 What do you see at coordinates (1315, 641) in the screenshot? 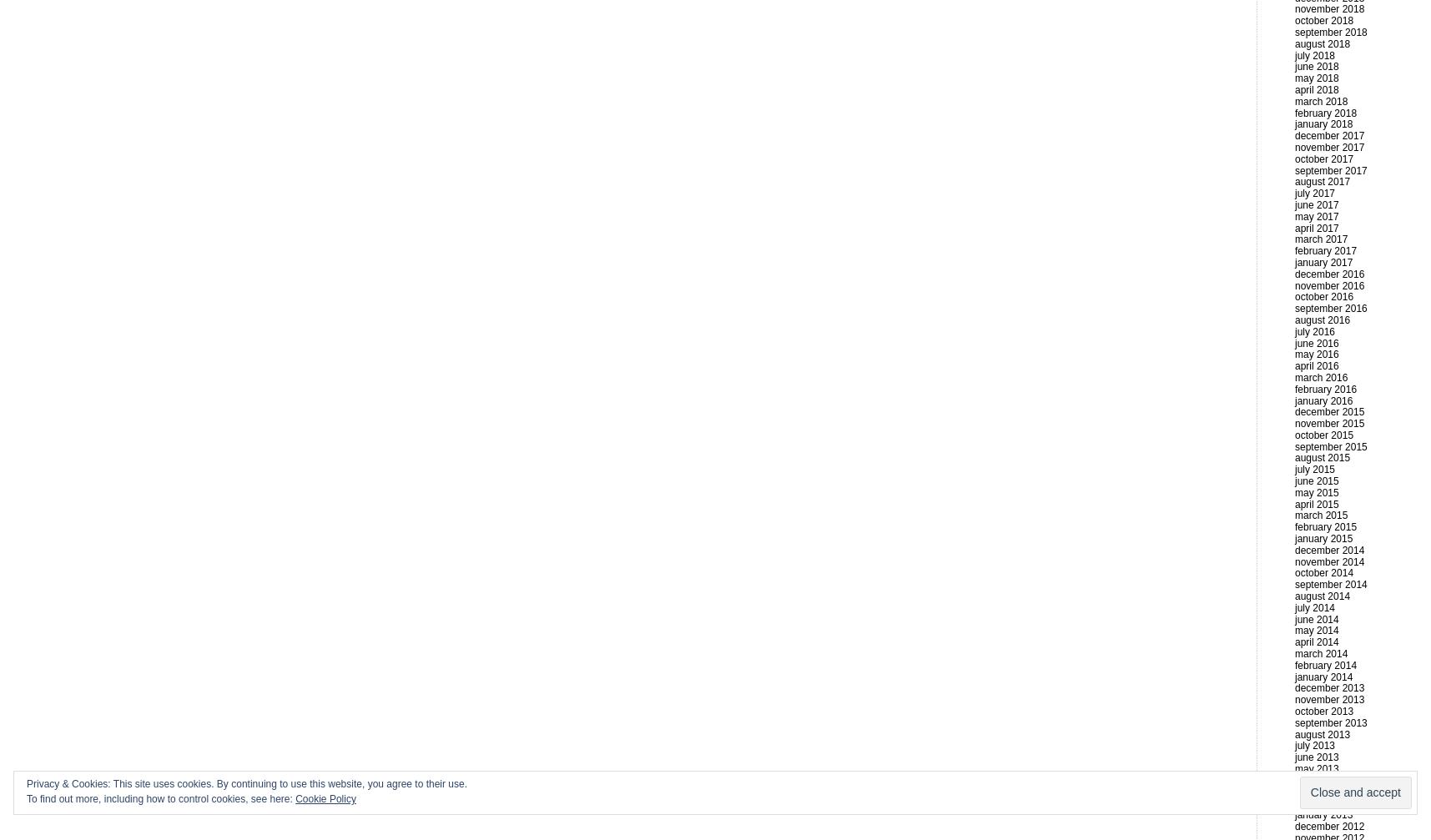
I see `'April 2014'` at bounding box center [1315, 641].